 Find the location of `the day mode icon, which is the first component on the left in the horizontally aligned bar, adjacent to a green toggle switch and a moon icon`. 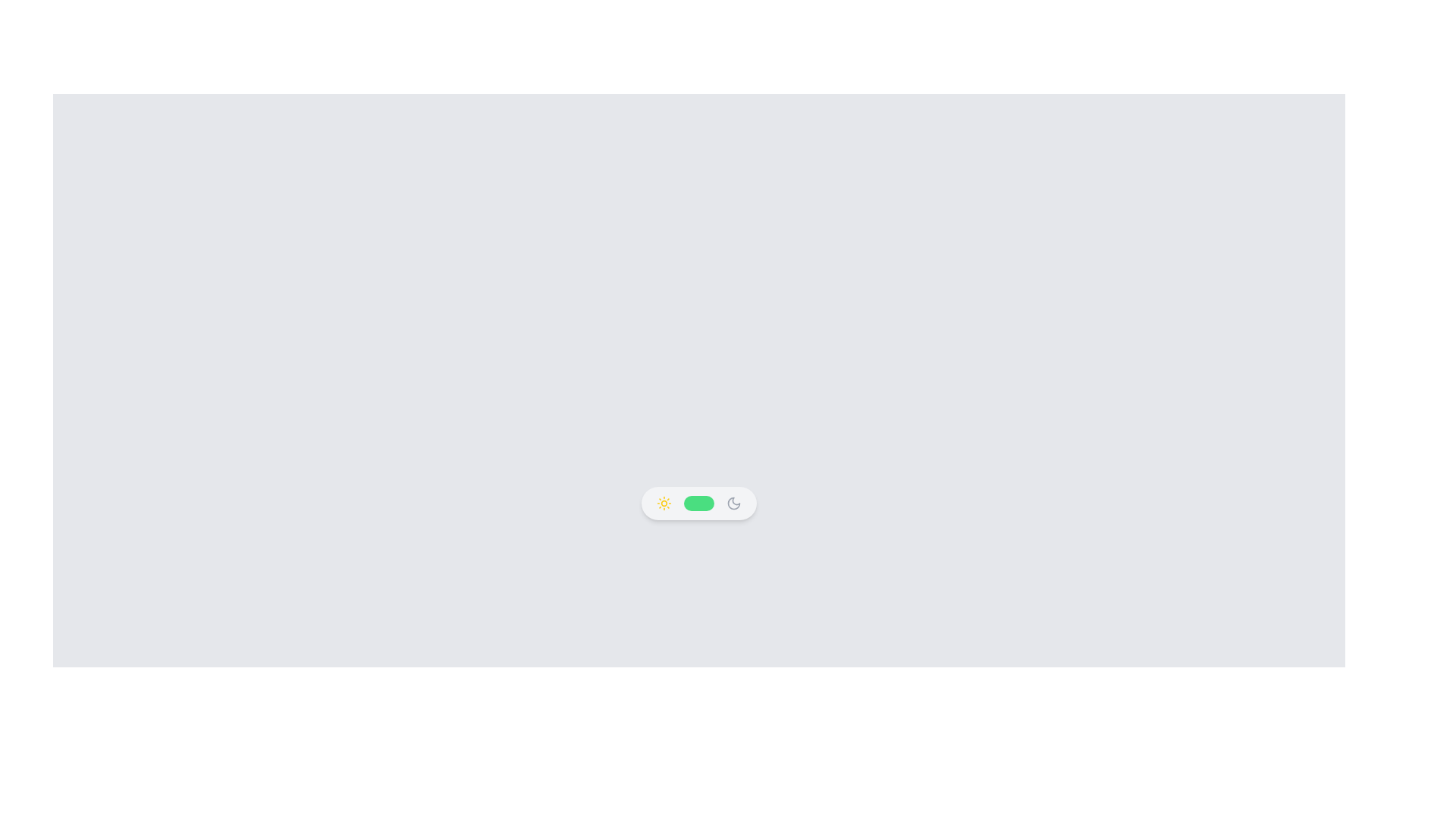

the day mode icon, which is the first component on the left in the horizontally aligned bar, adjacent to a green toggle switch and a moon icon is located at coordinates (664, 503).